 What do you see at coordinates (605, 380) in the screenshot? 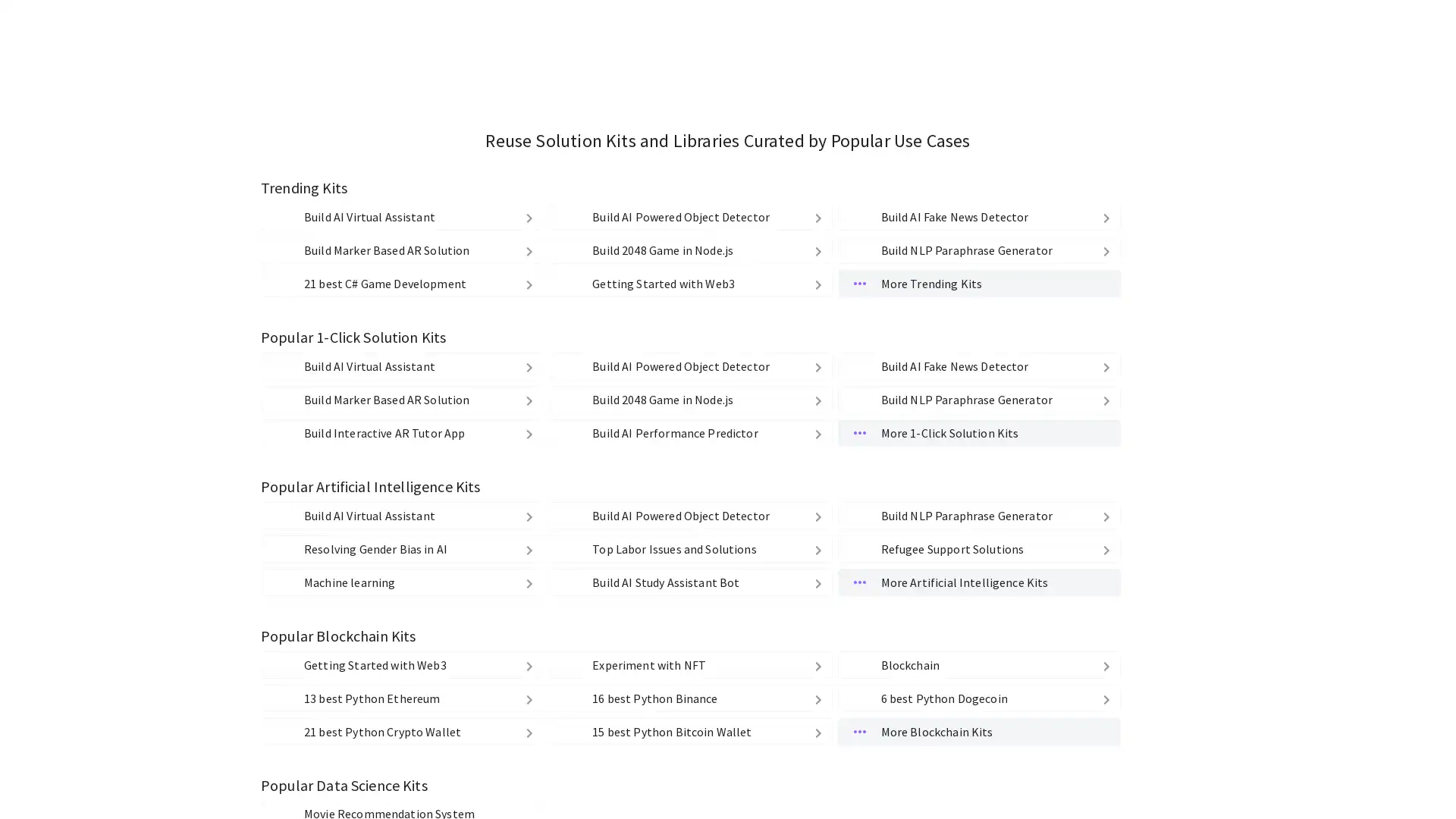
I see `Ruby Ruby` at bounding box center [605, 380].